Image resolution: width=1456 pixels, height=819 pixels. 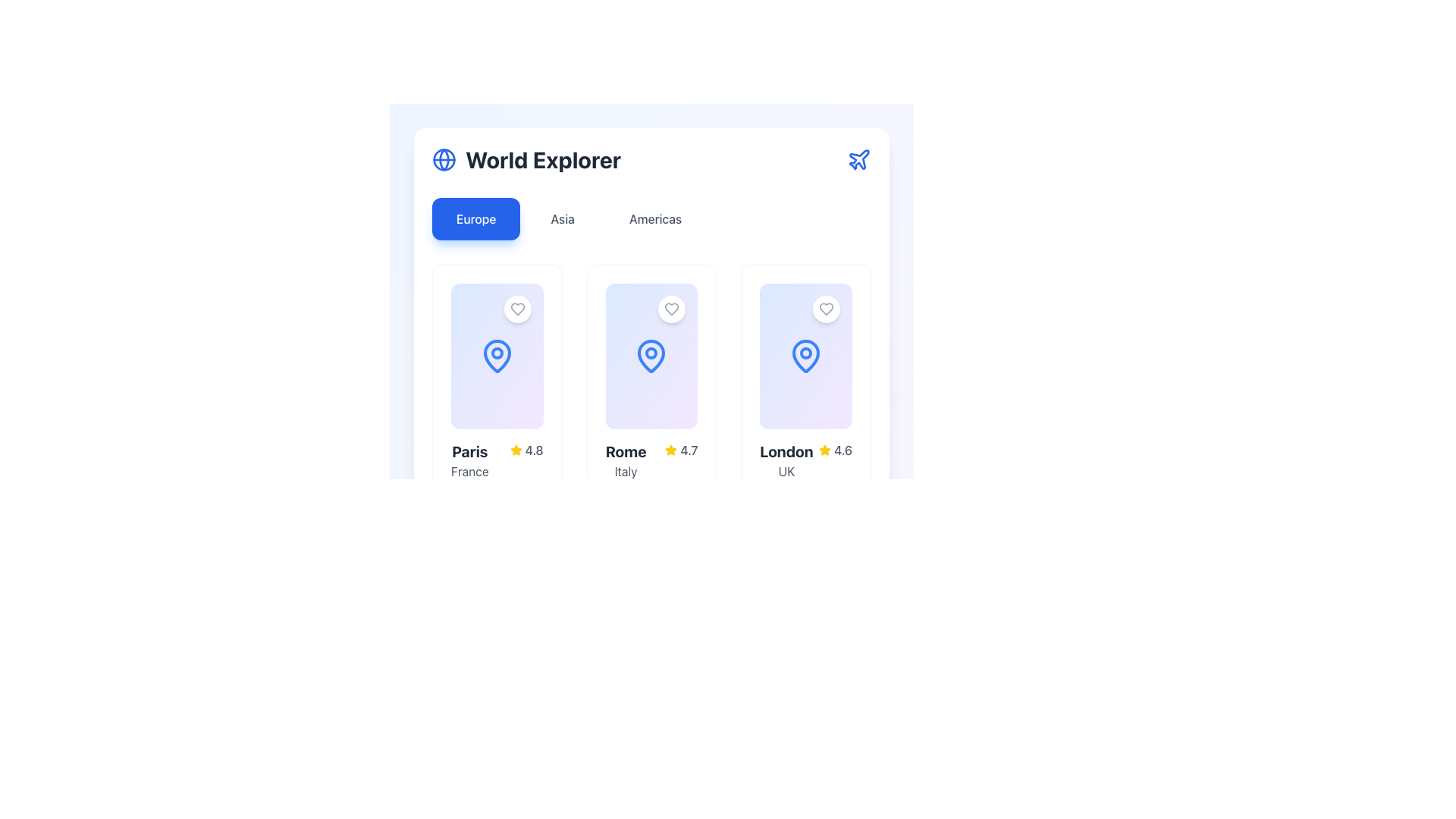 What do you see at coordinates (843, 450) in the screenshot?
I see `the numerical rating text '4.6' displayed in a gray font next to the yellow star icon, which is part of the 'London, UK' card in the third column of location cards` at bounding box center [843, 450].